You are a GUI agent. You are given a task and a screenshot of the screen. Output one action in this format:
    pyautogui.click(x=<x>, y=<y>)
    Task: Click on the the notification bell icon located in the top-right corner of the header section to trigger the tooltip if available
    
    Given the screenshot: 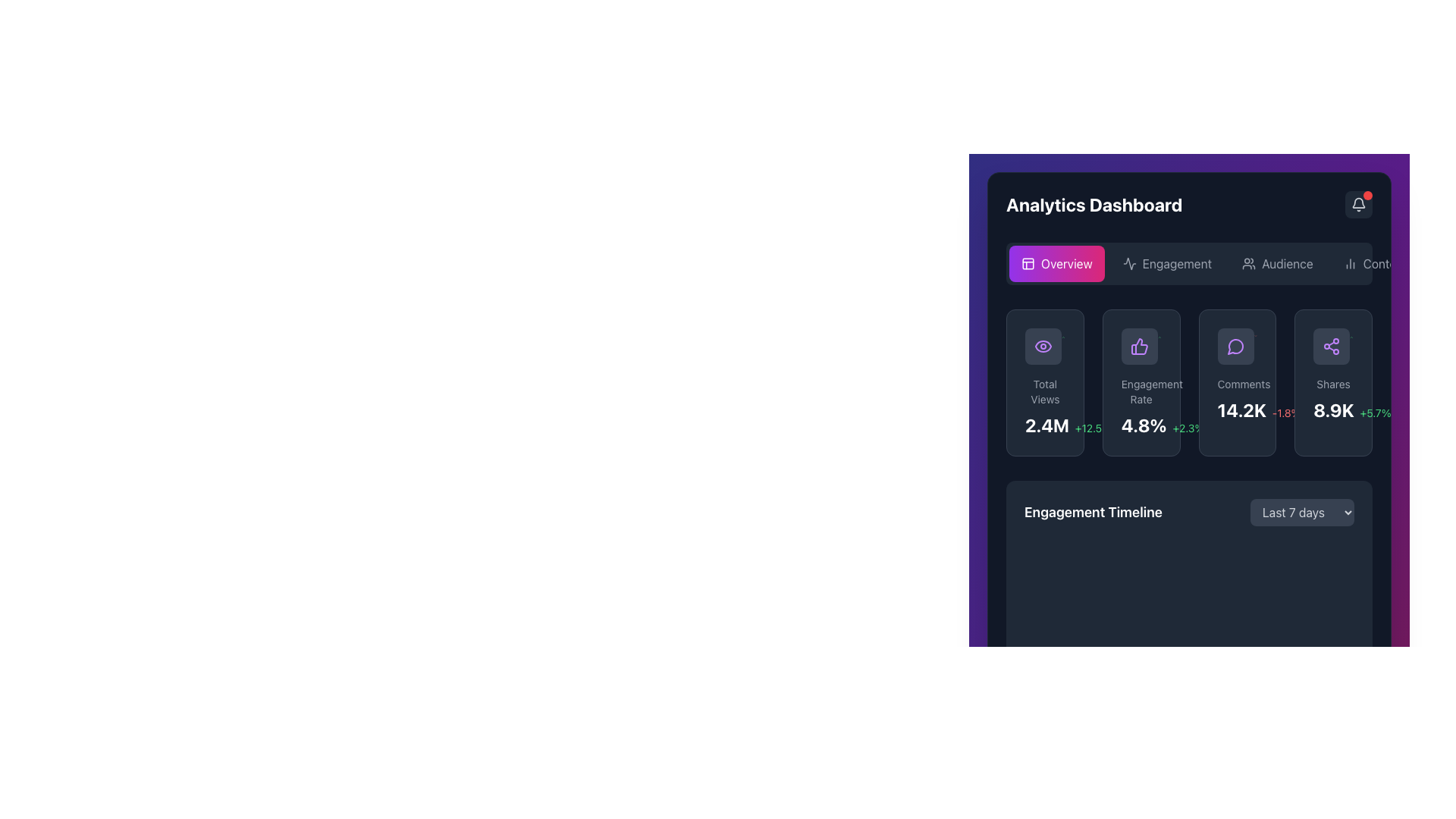 What is the action you would take?
    pyautogui.click(x=1358, y=205)
    